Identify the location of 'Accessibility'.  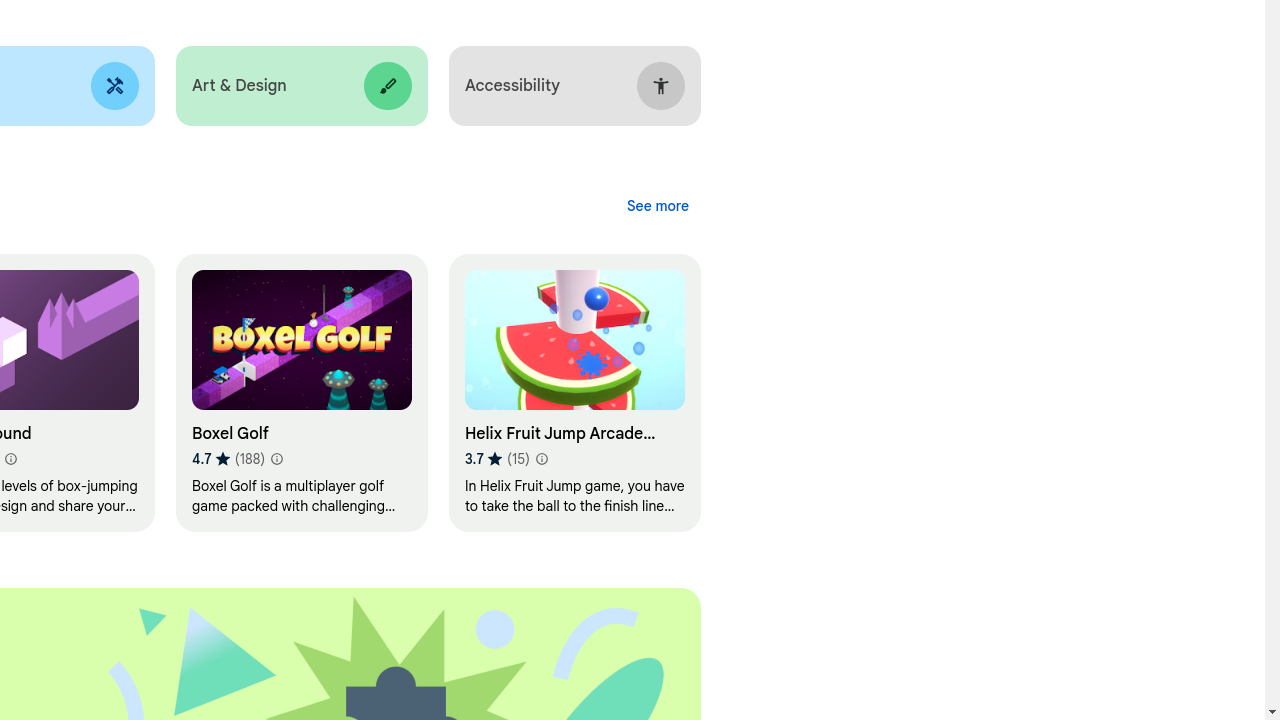
(573, 85).